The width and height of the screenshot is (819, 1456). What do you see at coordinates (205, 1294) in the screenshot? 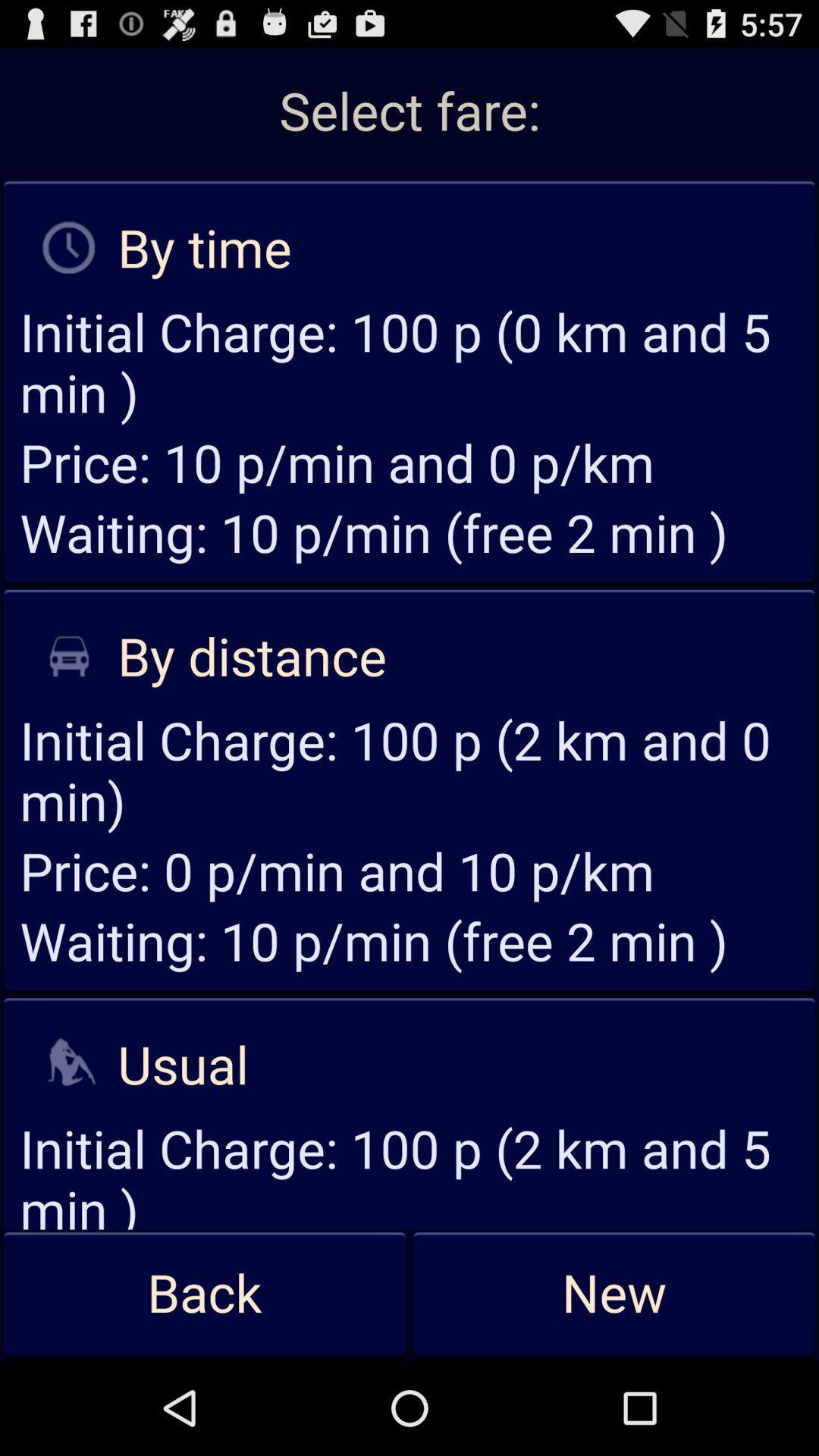
I see `app to the left of the new icon` at bounding box center [205, 1294].